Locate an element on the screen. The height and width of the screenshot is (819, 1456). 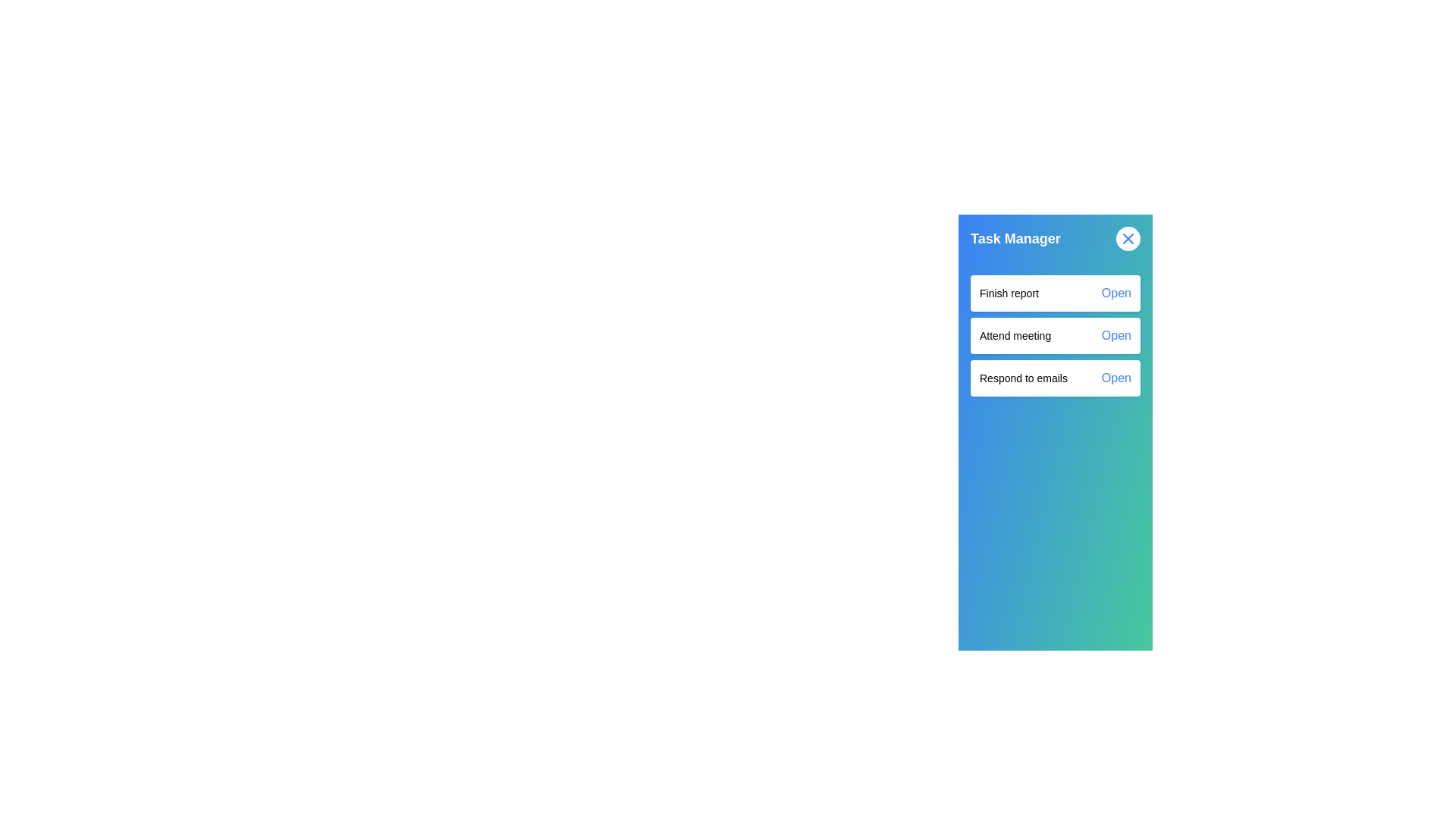
the interactive link located to the right of the text 'Attend meeting' is located at coordinates (1116, 335).